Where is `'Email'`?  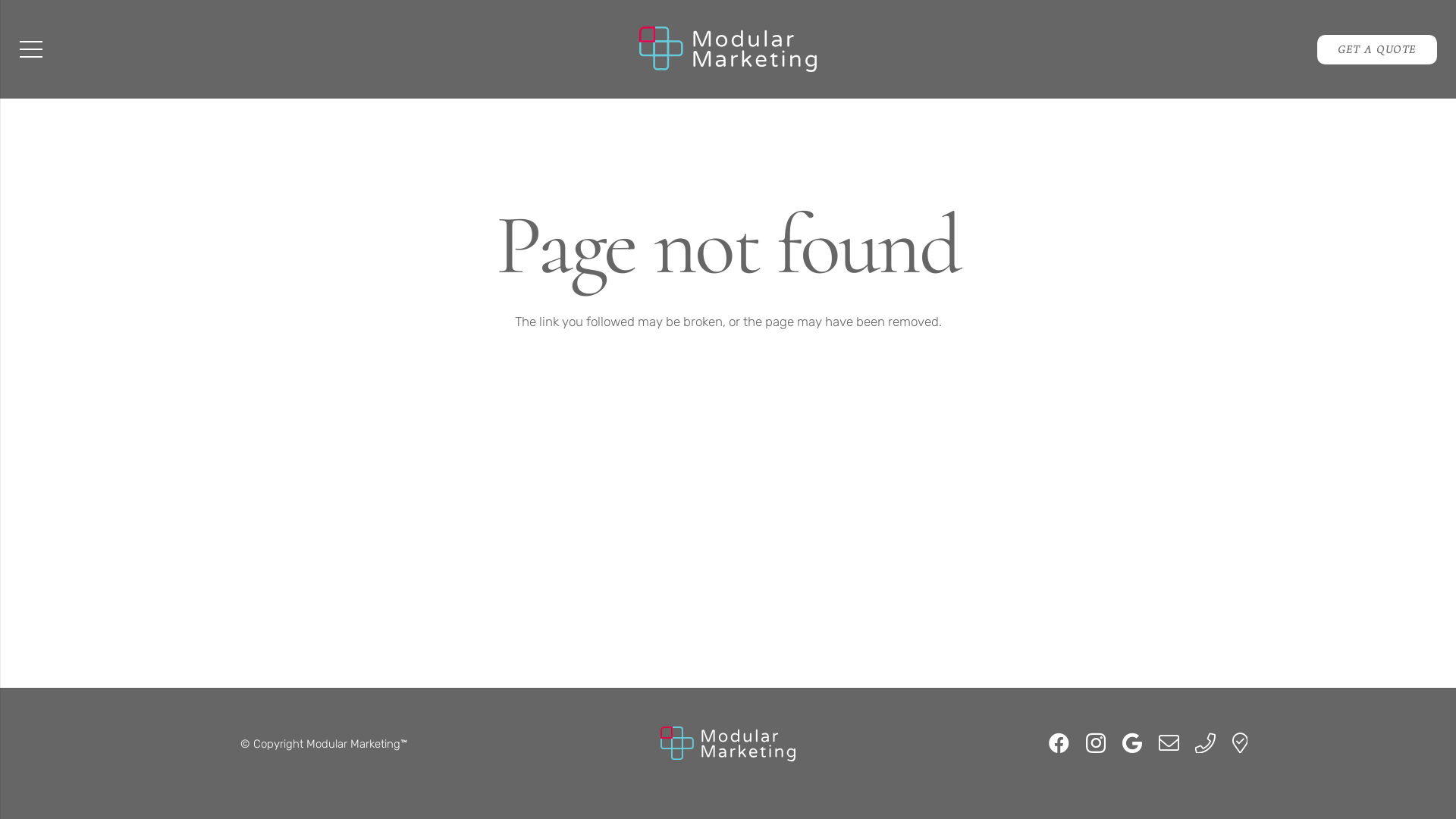 'Email' is located at coordinates (1168, 742).